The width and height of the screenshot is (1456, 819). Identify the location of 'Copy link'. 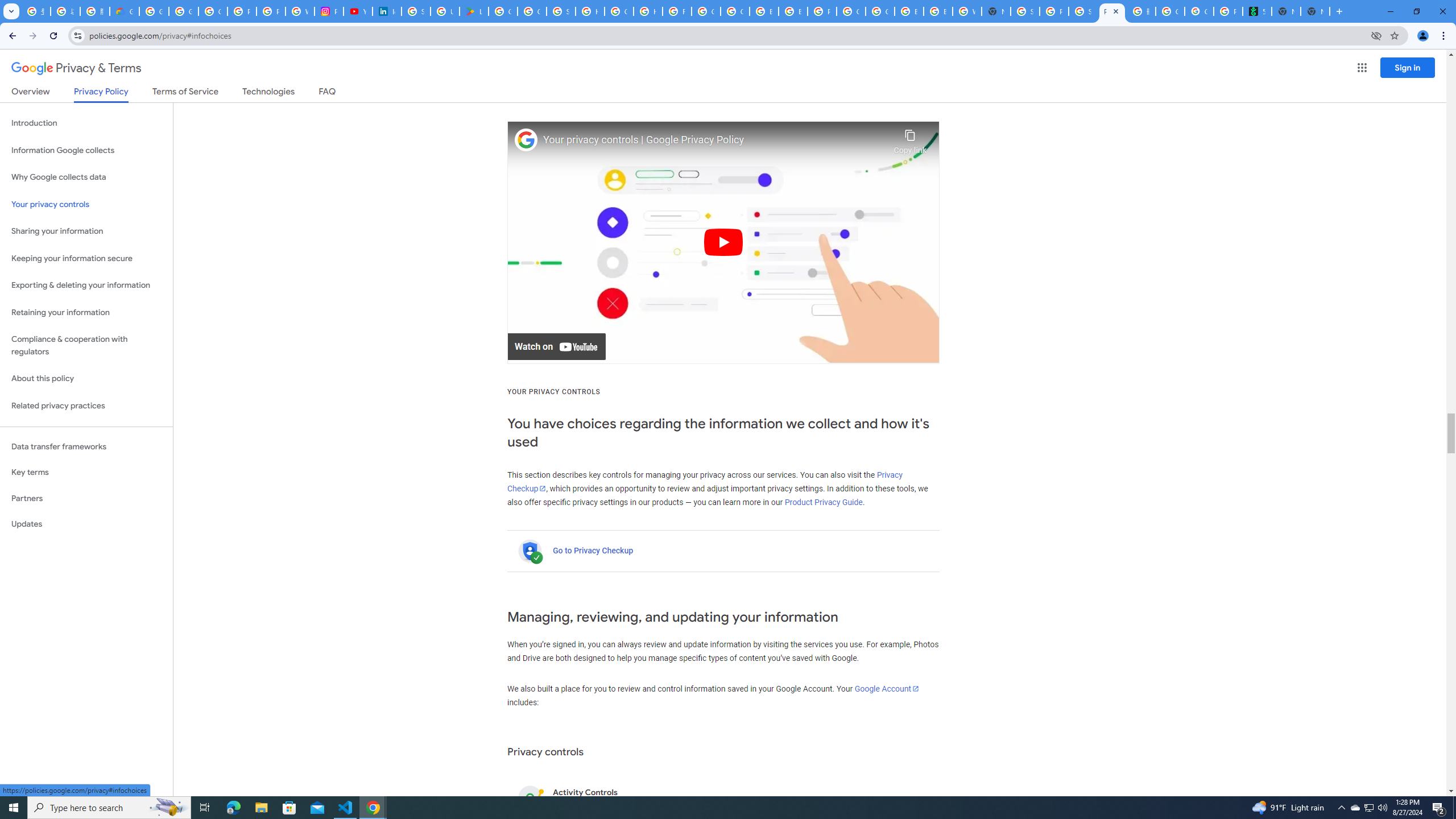
(909, 139).